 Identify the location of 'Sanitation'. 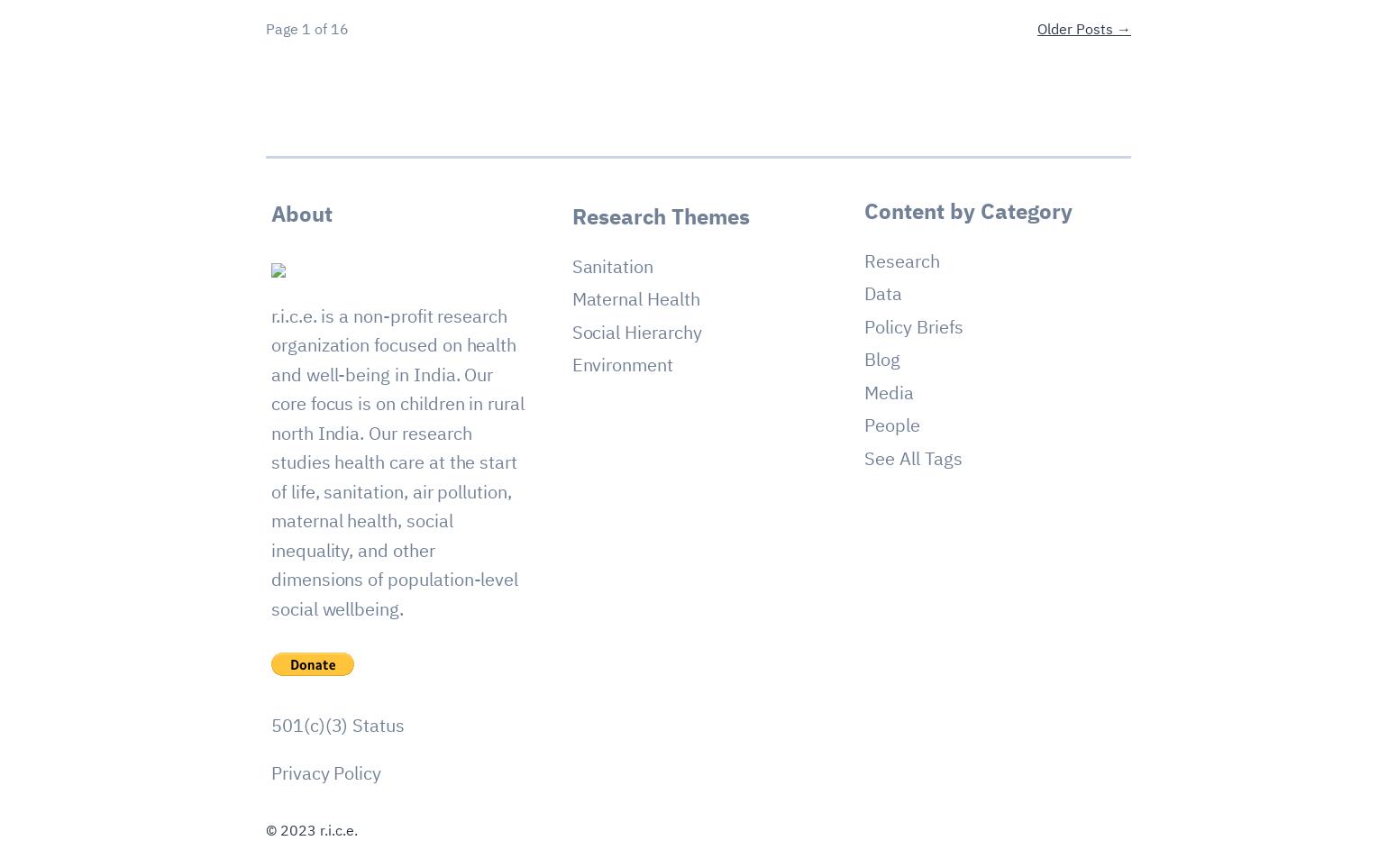
(570, 264).